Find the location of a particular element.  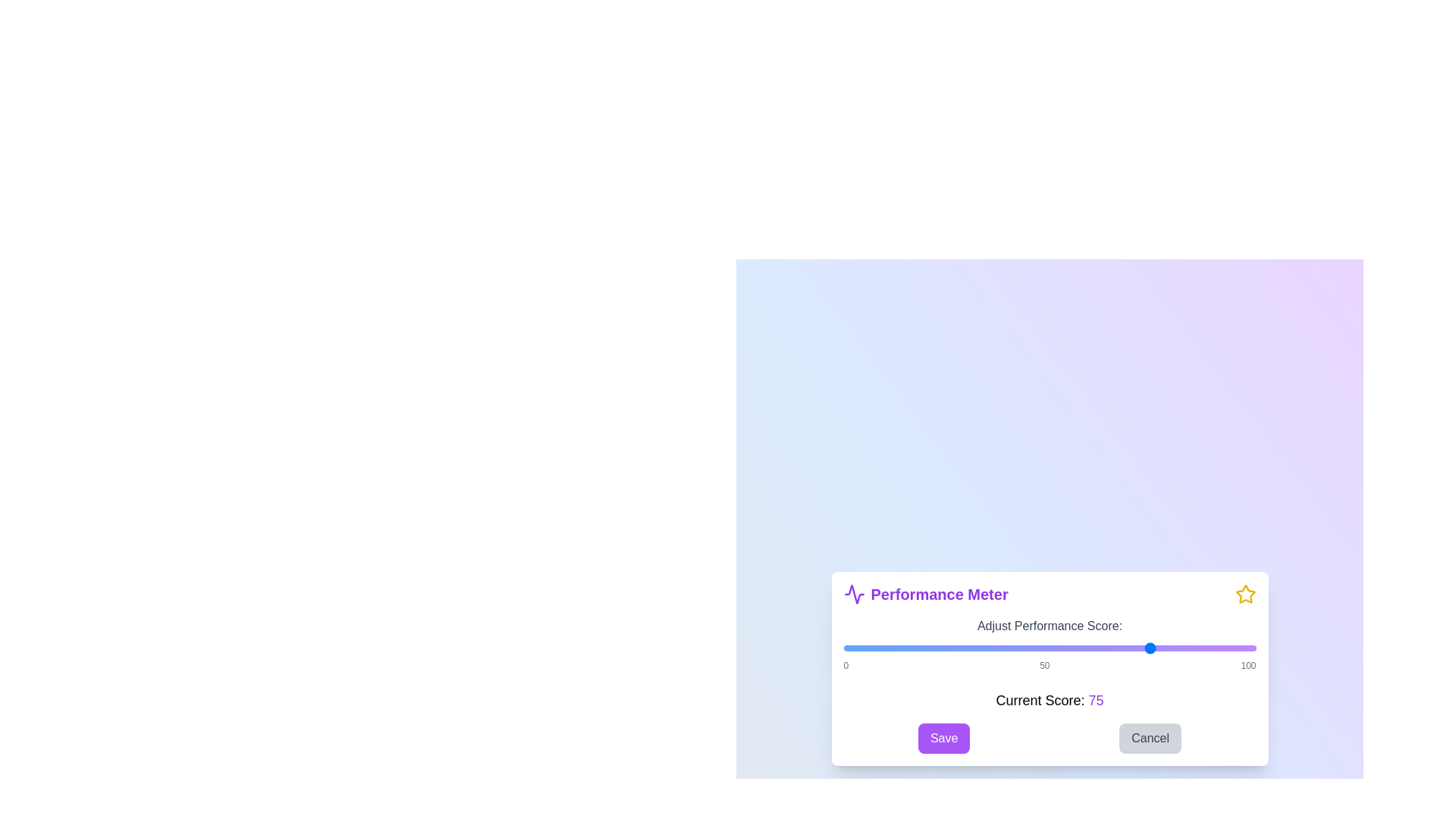

the 'Cancel' button is located at coordinates (1150, 738).